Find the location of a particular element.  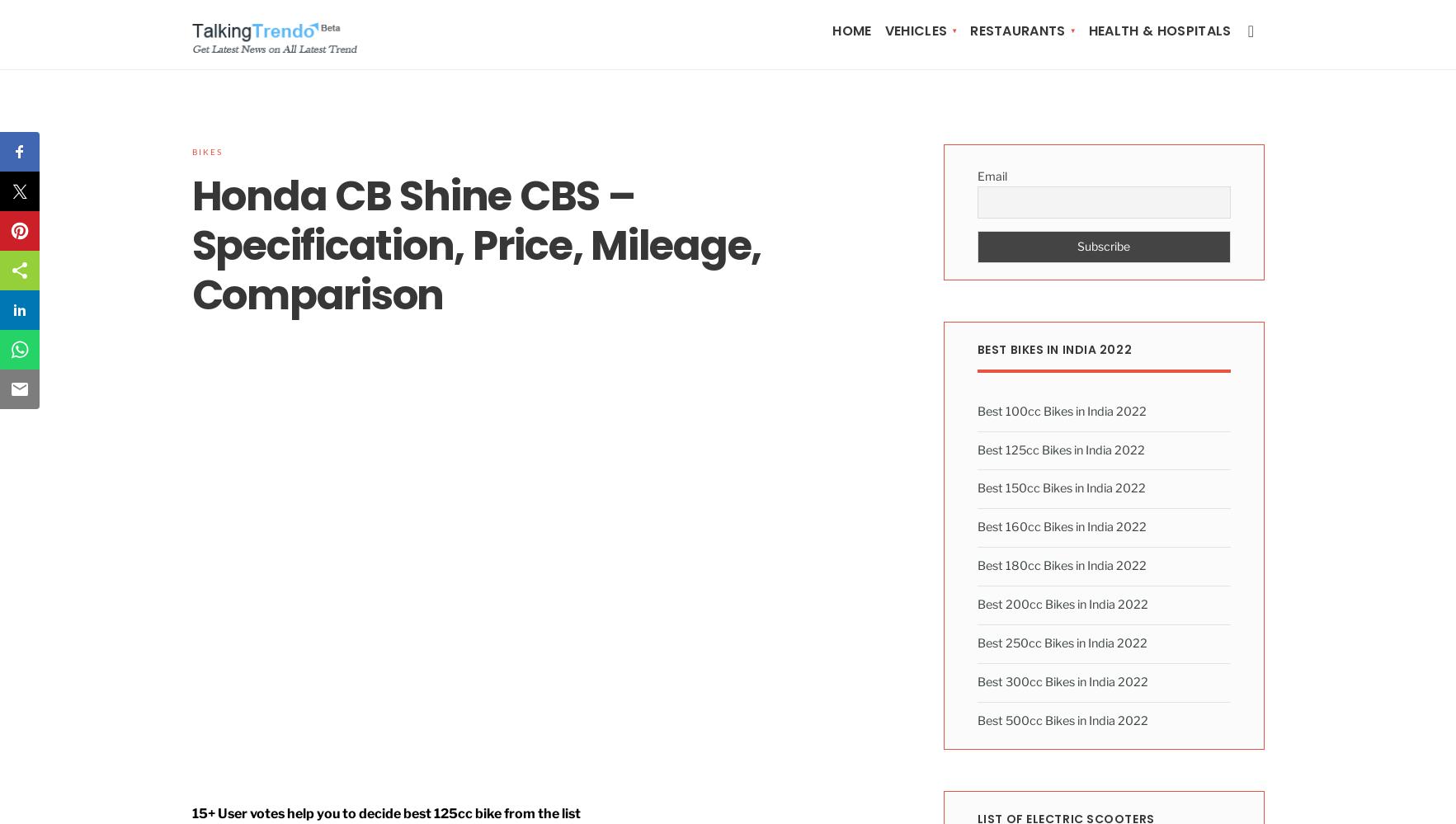

'Best 300cc Bikes in India 2022' is located at coordinates (1062, 681).